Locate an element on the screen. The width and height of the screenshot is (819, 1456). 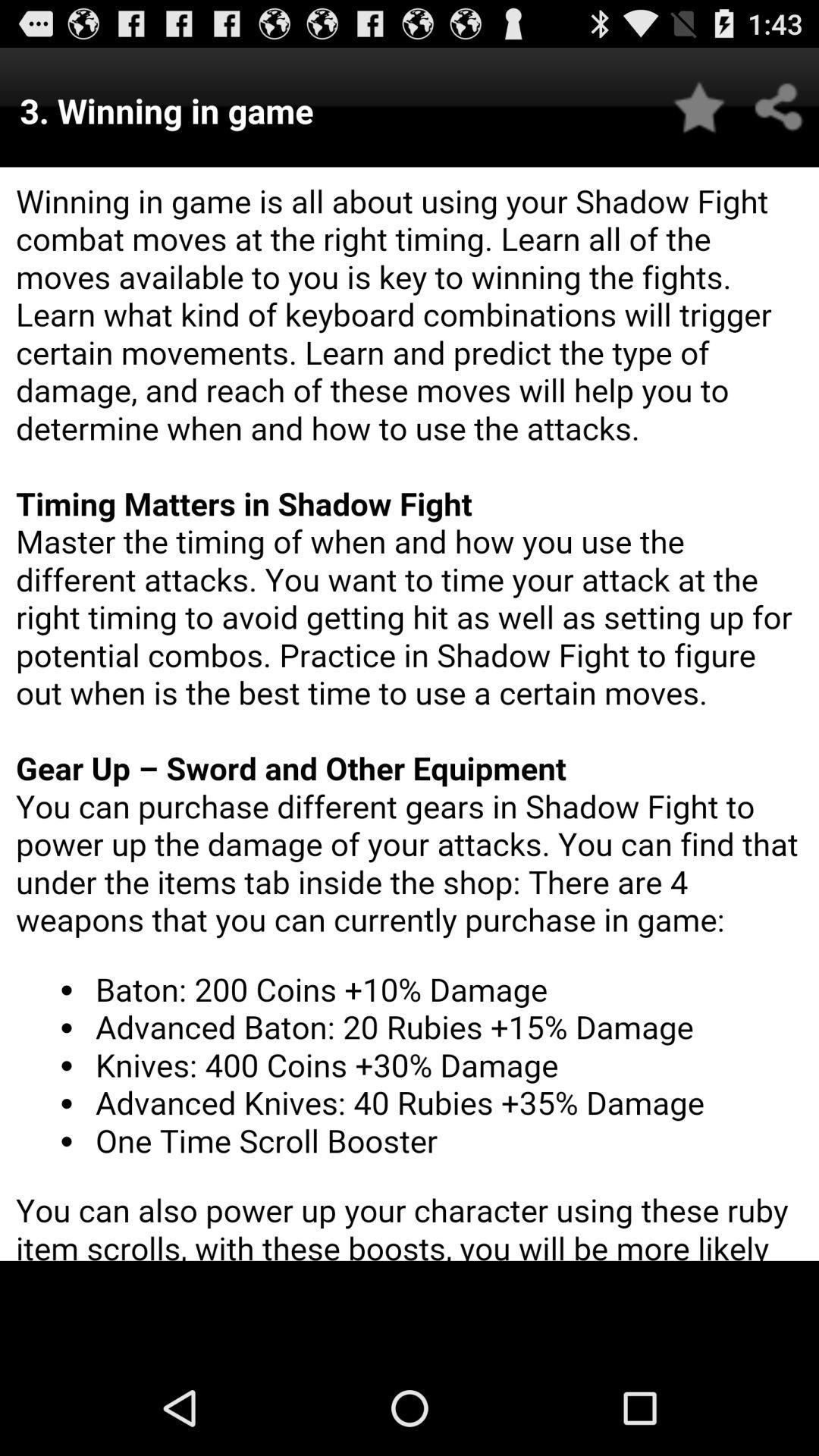
the star icon is located at coordinates (699, 114).